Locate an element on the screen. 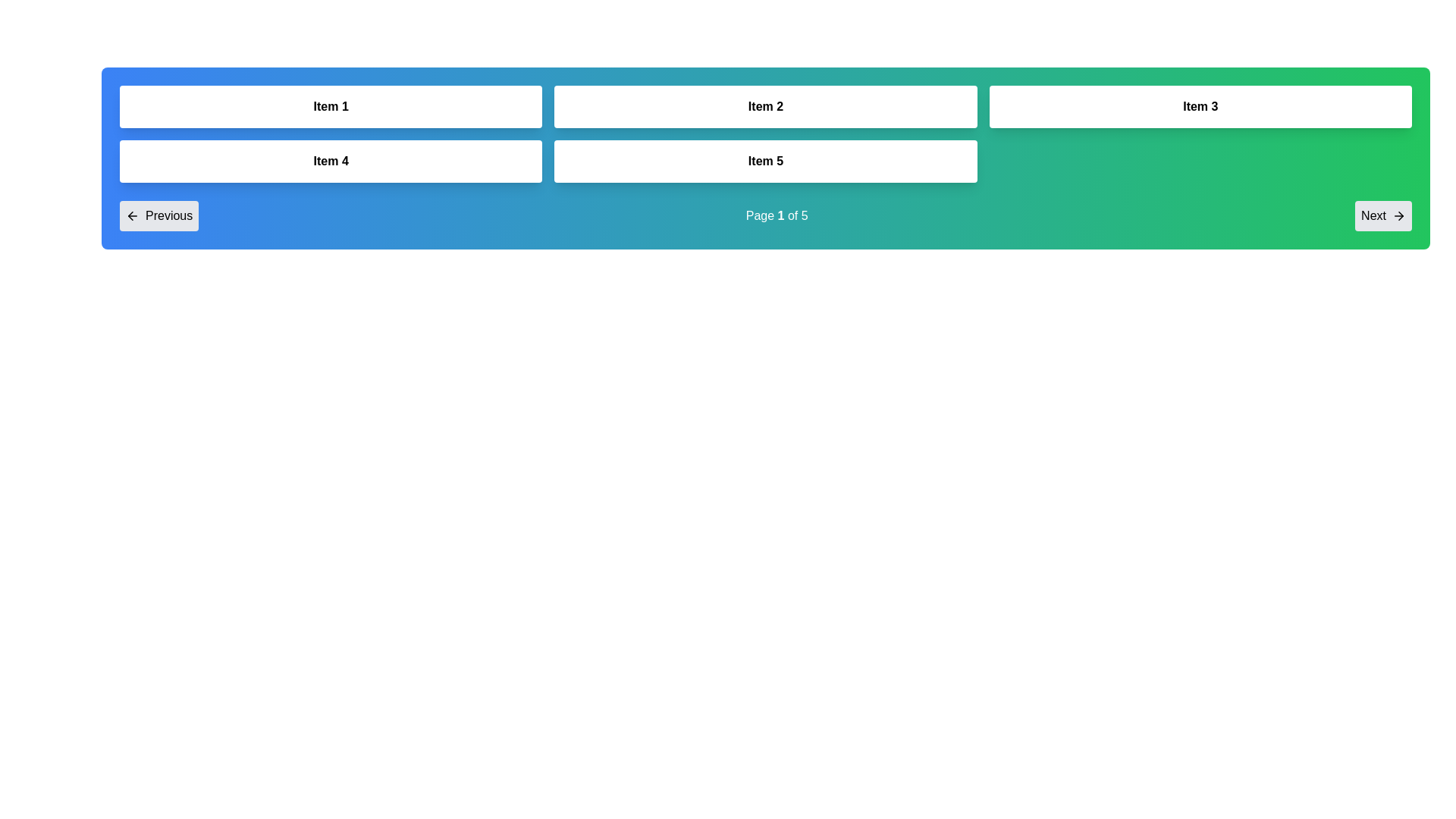 The image size is (1456, 819). the text label that identifies the content as 'Item 3', located in the top row on the far right of a grid arrangement is located at coordinates (1200, 106).